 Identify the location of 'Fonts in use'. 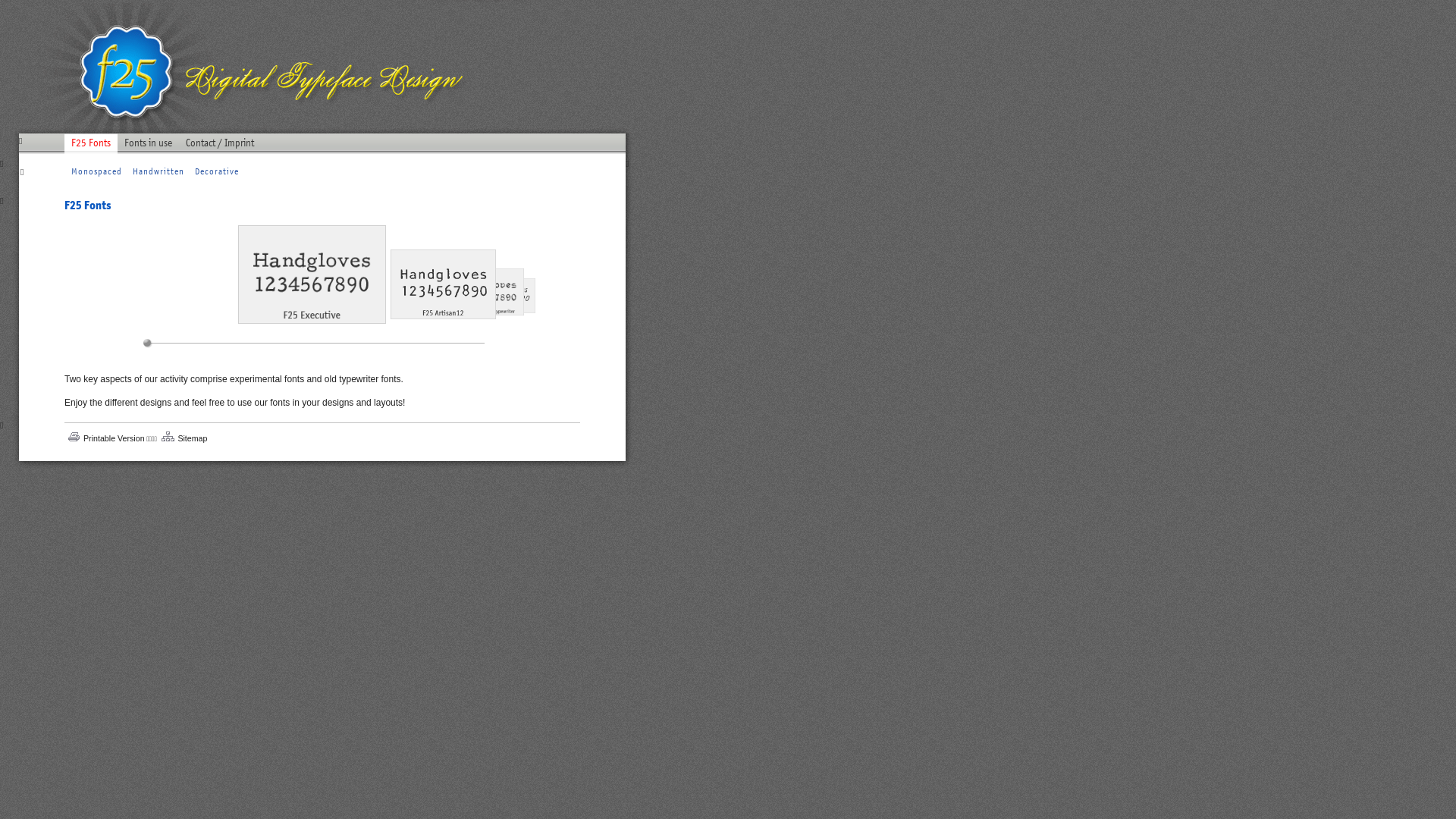
(148, 149).